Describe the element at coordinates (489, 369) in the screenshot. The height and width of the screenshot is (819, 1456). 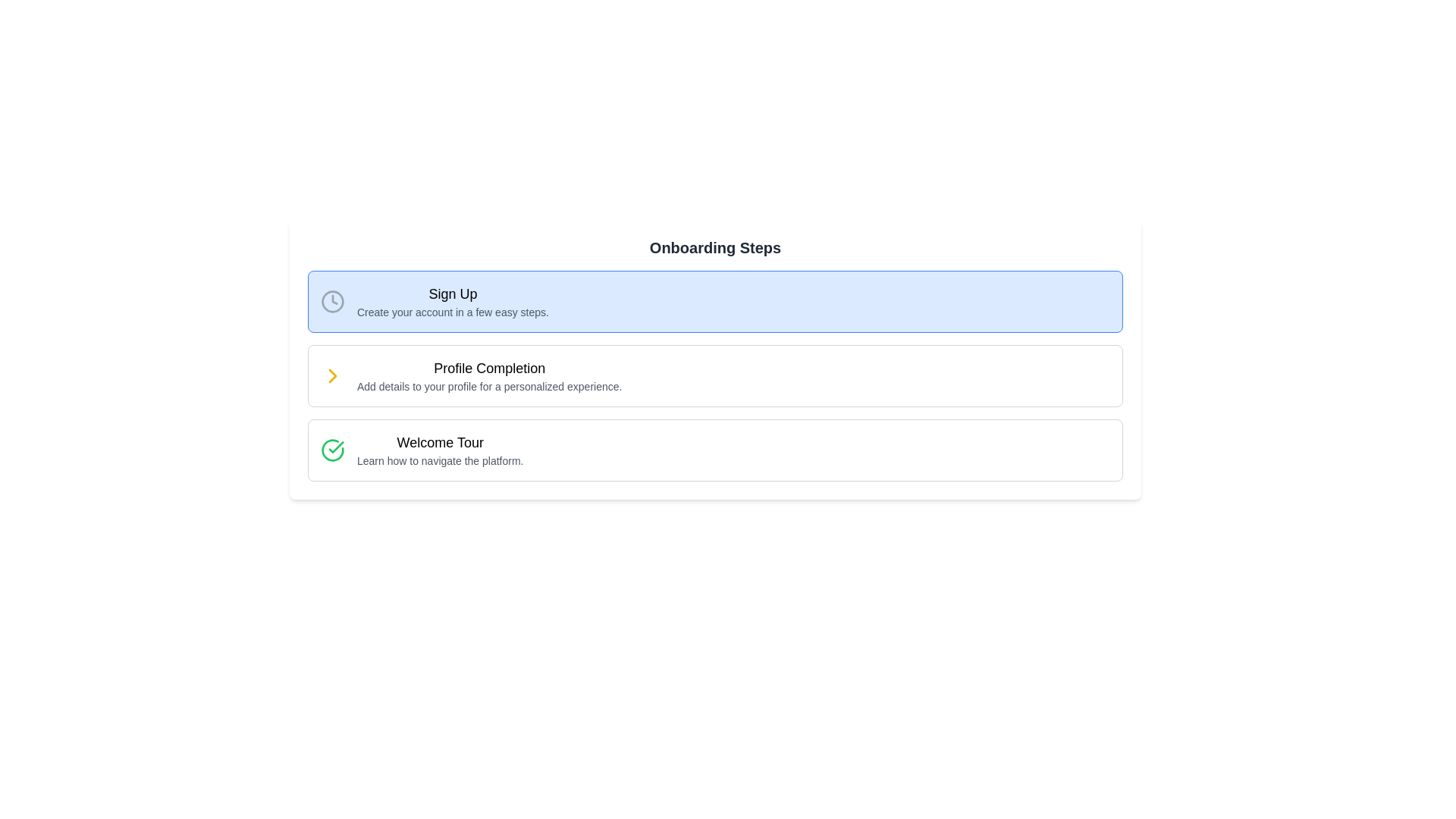
I see `text label displaying 'Profile Completion' which is positioned above the descriptive text in the 'Onboarding Steps' section` at that location.